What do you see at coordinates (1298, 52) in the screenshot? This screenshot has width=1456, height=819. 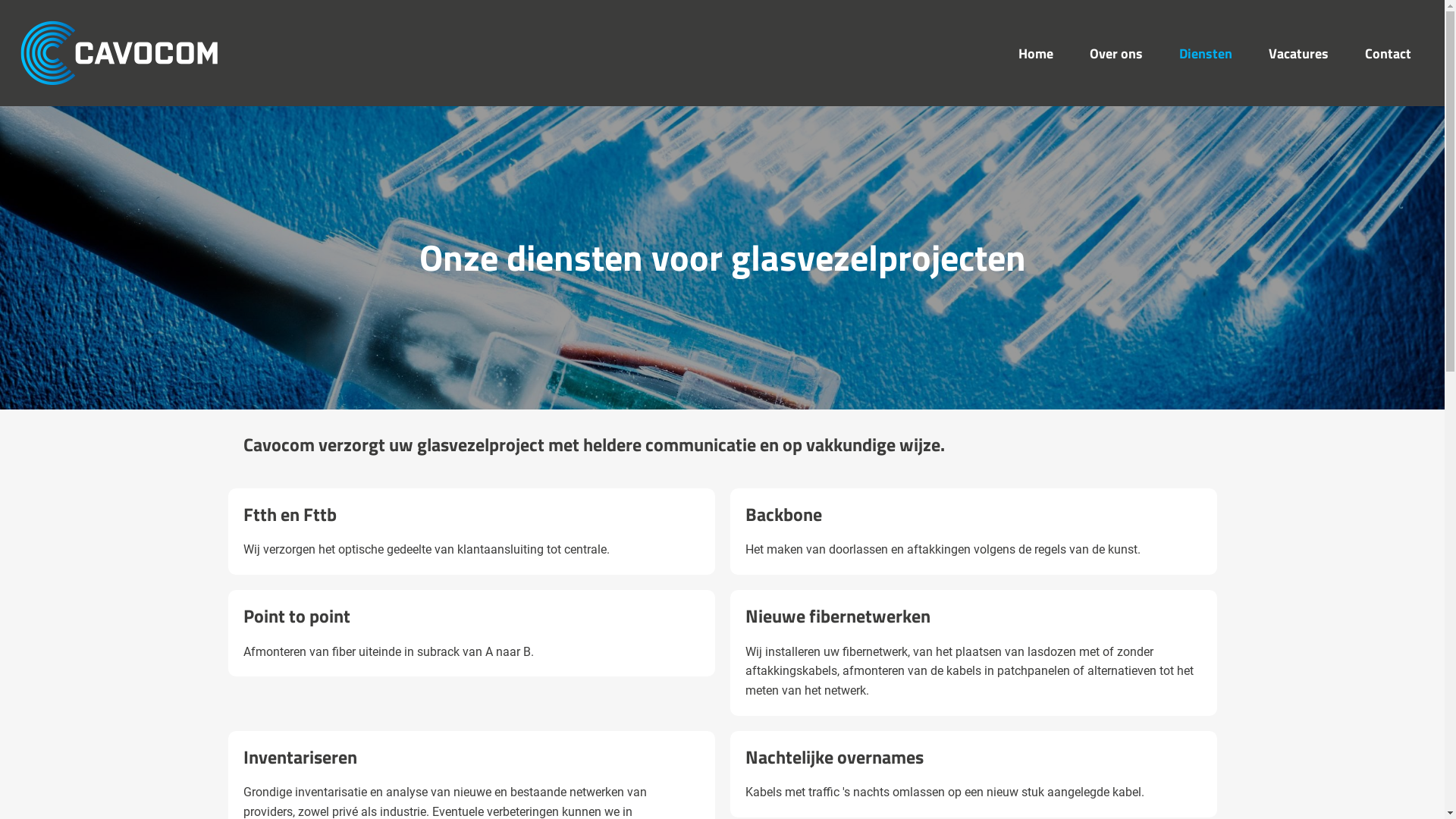 I see `'Vacatures'` at bounding box center [1298, 52].